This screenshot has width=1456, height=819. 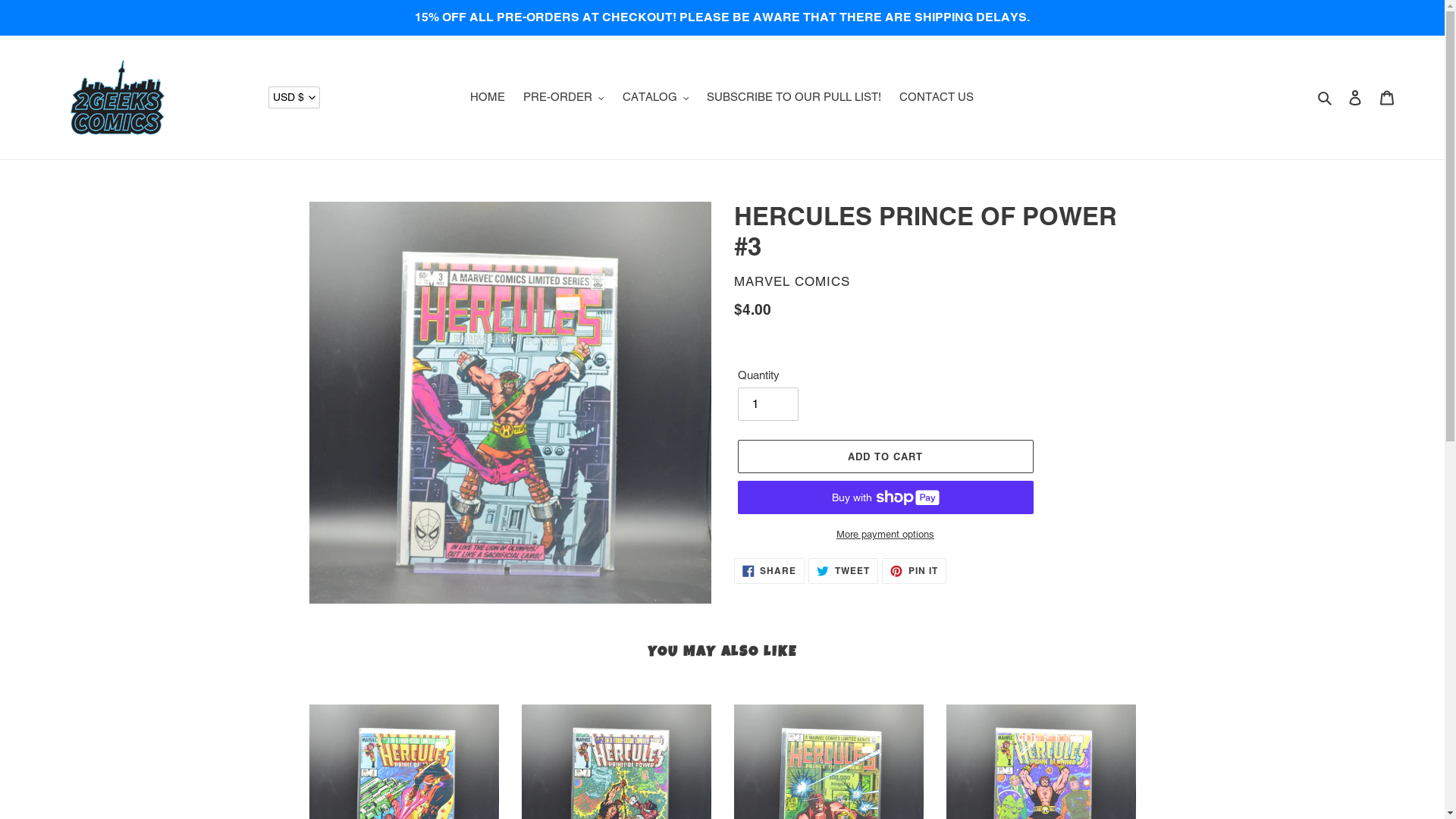 I want to click on 'SUBSCRIBE TO OUR PULL LIST!', so click(x=698, y=97).